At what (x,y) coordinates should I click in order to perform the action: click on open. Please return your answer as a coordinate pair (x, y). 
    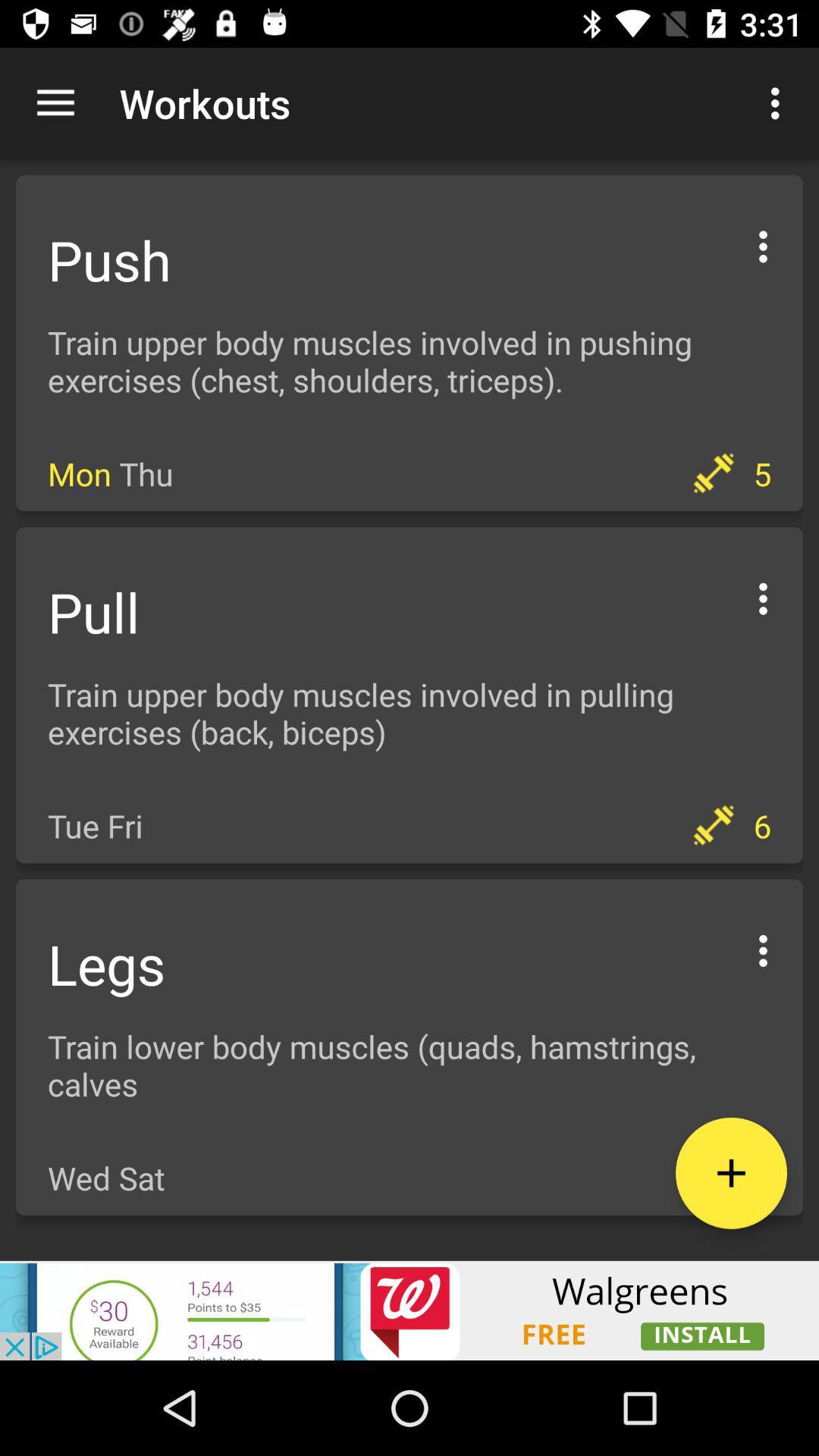
    Looking at the image, I should click on (763, 244).